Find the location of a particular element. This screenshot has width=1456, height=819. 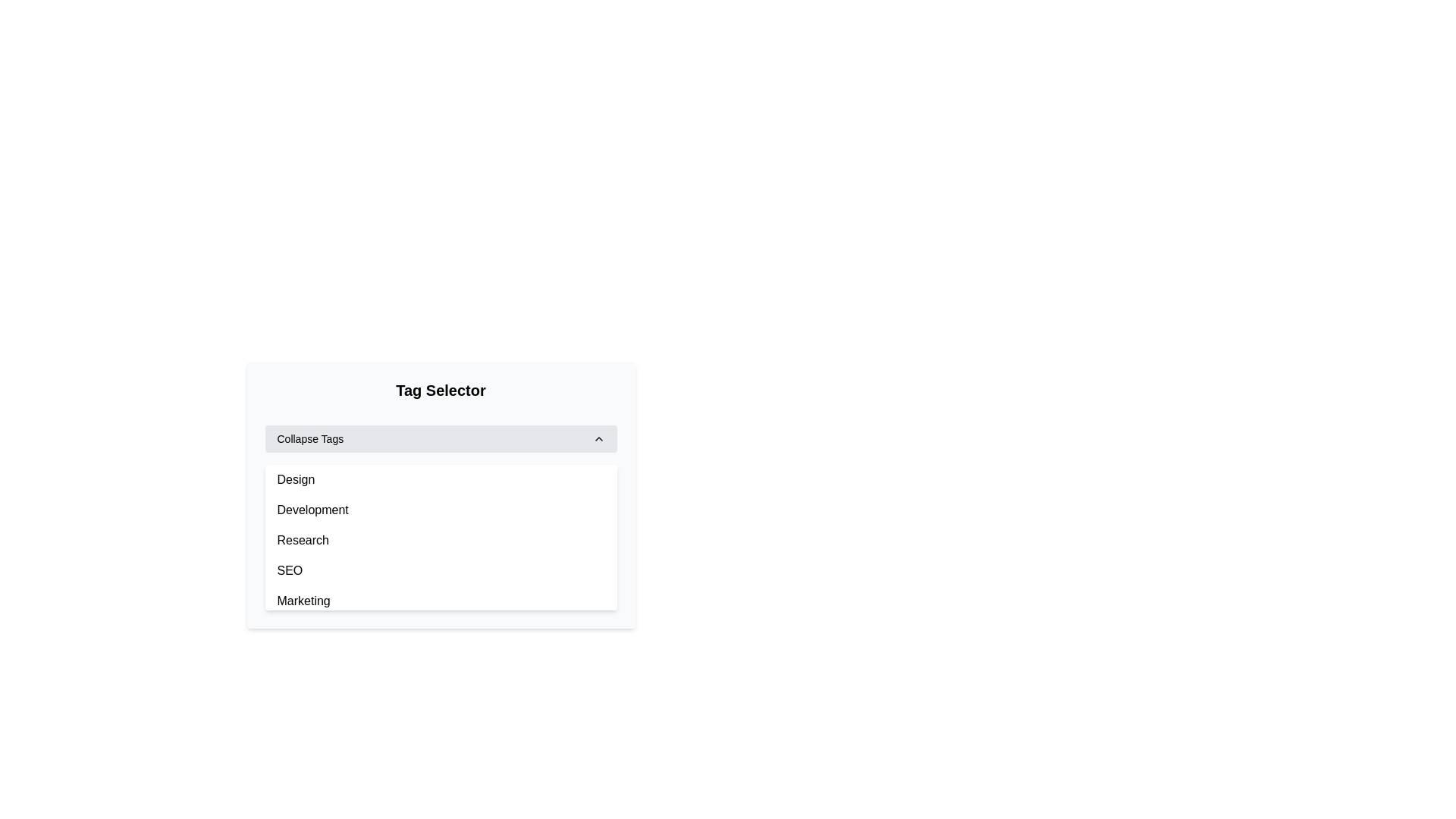

the first selectable item in the 'Tag Selector' list titled 'Design' located under 'Collapse Tags' is located at coordinates (440, 479).